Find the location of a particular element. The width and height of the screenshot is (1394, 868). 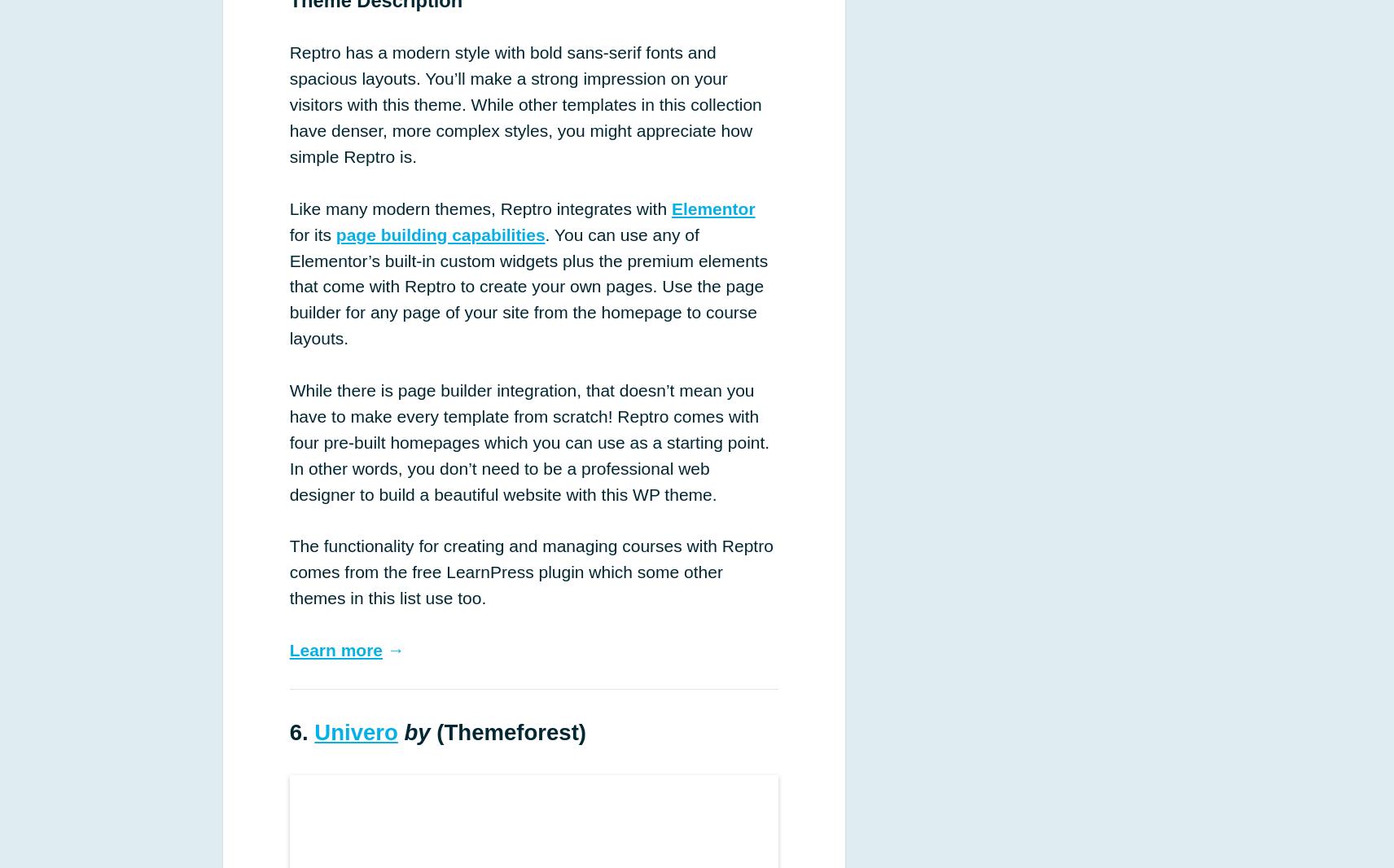

'While there is page builder integration, that doesn’t mean you have to make every template from scratch! Reptro comes with four pre-built homepages which you can use as a starting point. In other words, you don’t need to be a professional web designer to build a beautiful website with this WP theme.' is located at coordinates (529, 441).